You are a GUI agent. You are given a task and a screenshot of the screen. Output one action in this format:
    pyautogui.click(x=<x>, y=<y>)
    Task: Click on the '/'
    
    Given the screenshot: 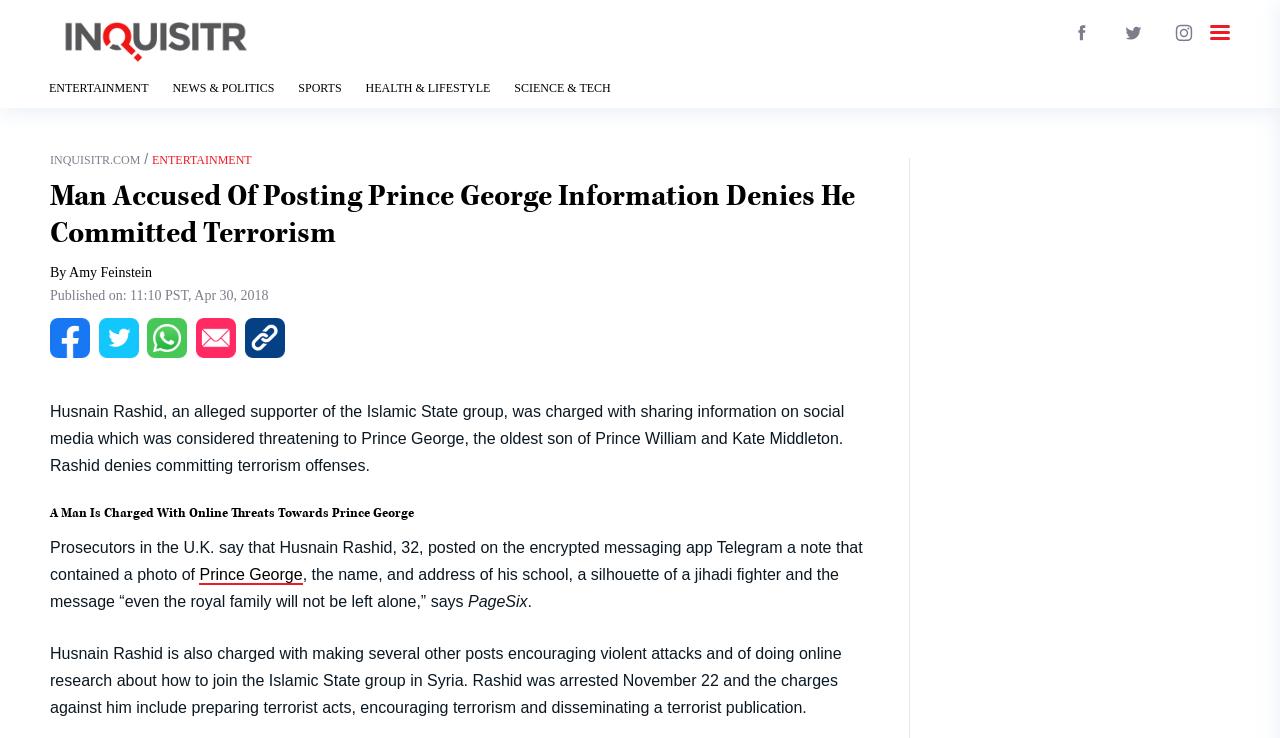 What is the action you would take?
    pyautogui.click(x=139, y=157)
    